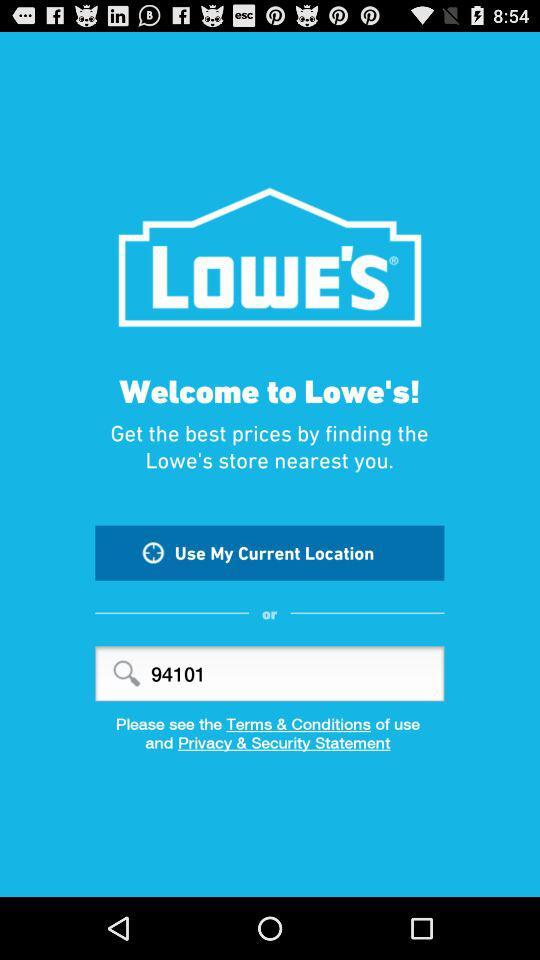 This screenshot has height=960, width=540. Describe the element at coordinates (270, 748) in the screenshot. I see `and privacy security item` at that location.